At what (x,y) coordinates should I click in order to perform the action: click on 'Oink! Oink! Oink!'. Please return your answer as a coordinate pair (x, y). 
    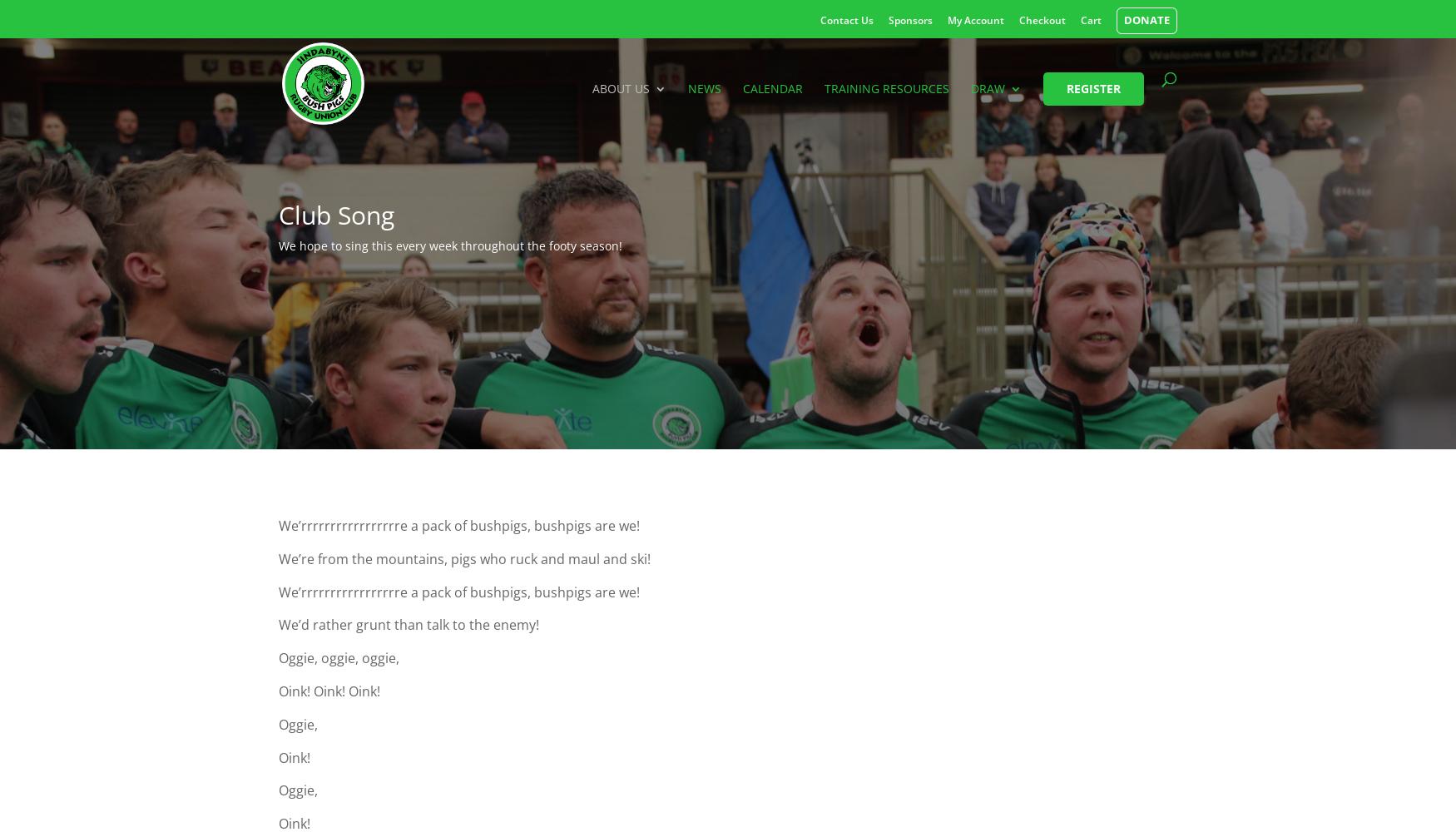
    Looking at the image, I should click on (329, 690).